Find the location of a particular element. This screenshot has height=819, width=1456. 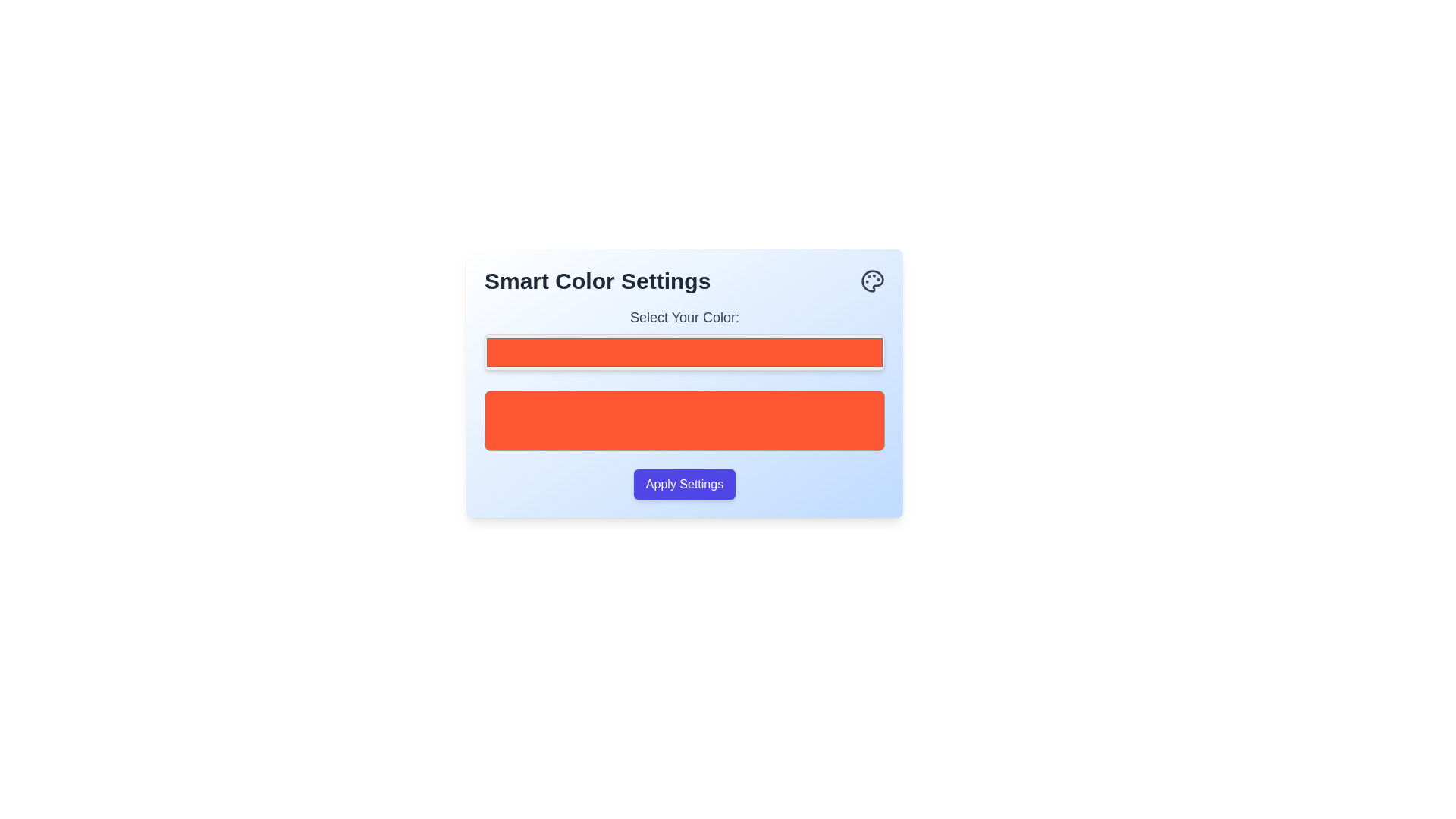

the painter's palette icon located at the top-right corner of the 'Smart Color Settings' section is located at coordinates (873, 281).